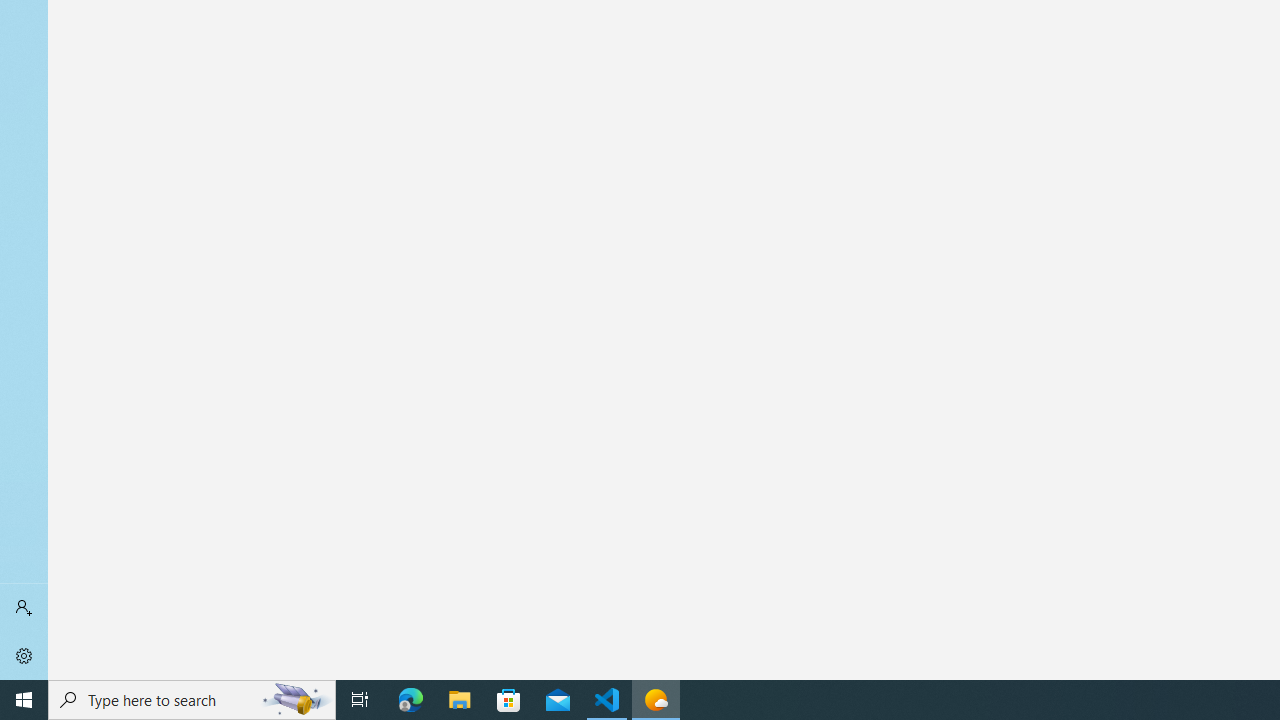 The height and width of the screenshot is (720, 1280). Describe the element at coordinates (192, 698) in the screenshot. I see `'Type here to search'` at that location.